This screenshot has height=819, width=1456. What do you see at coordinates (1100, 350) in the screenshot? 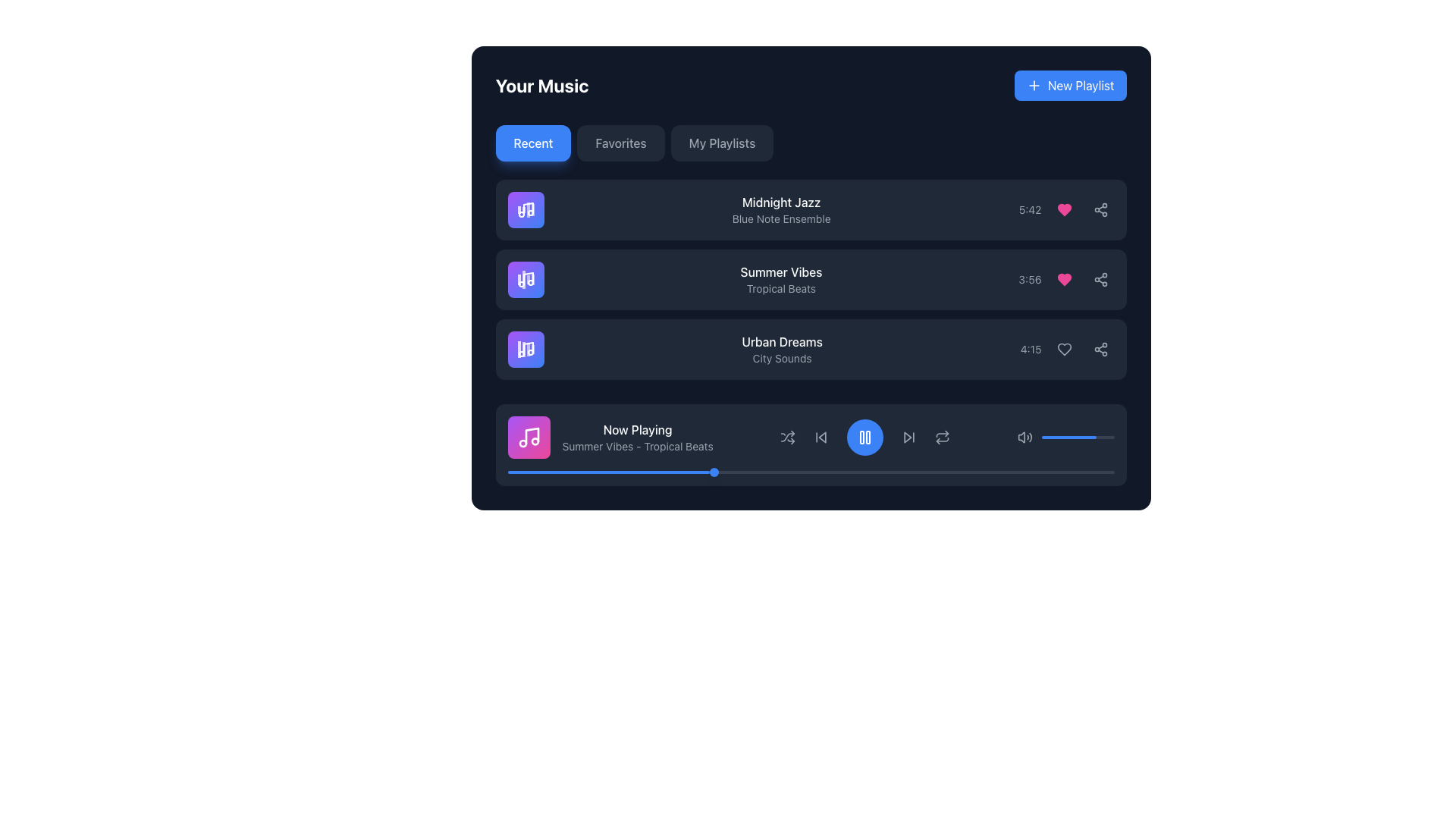
I see `the circular button with a gray outline and share icon located in the 'Your Music' section for the track 'Urban Dreams'` at bounding box center [1100, 350].